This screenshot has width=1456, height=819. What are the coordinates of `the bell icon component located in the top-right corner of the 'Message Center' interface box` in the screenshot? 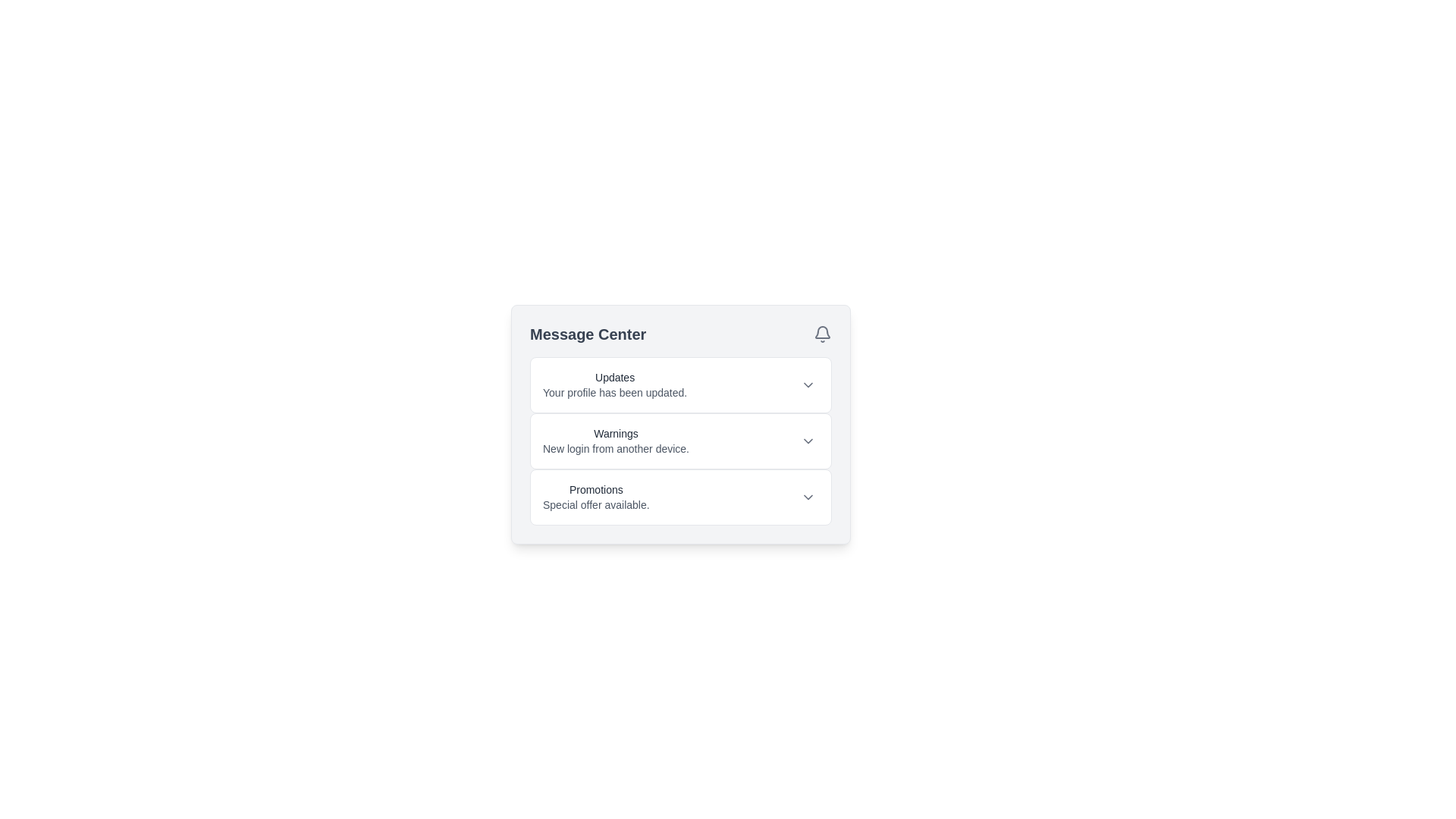 It's located at (821, 331).